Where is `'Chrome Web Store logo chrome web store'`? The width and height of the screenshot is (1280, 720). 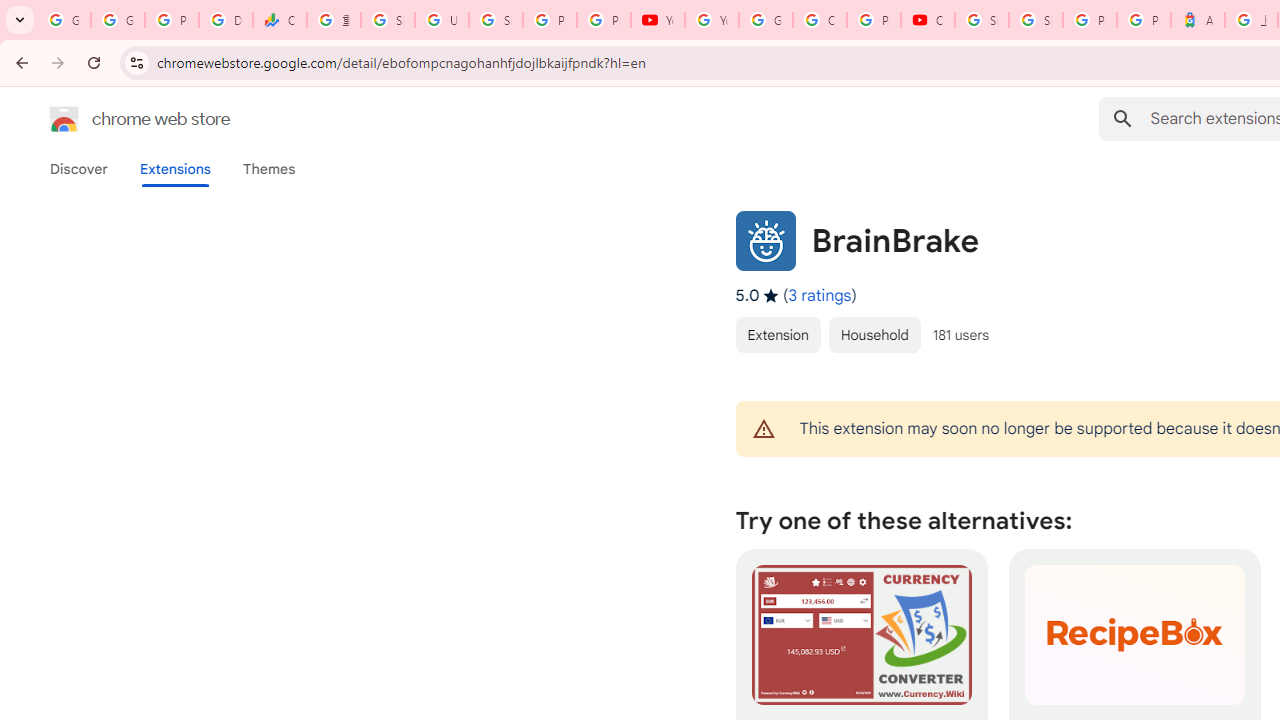 'Chrome Web Store logo chrome web store' is located at coordinates (118, 119).